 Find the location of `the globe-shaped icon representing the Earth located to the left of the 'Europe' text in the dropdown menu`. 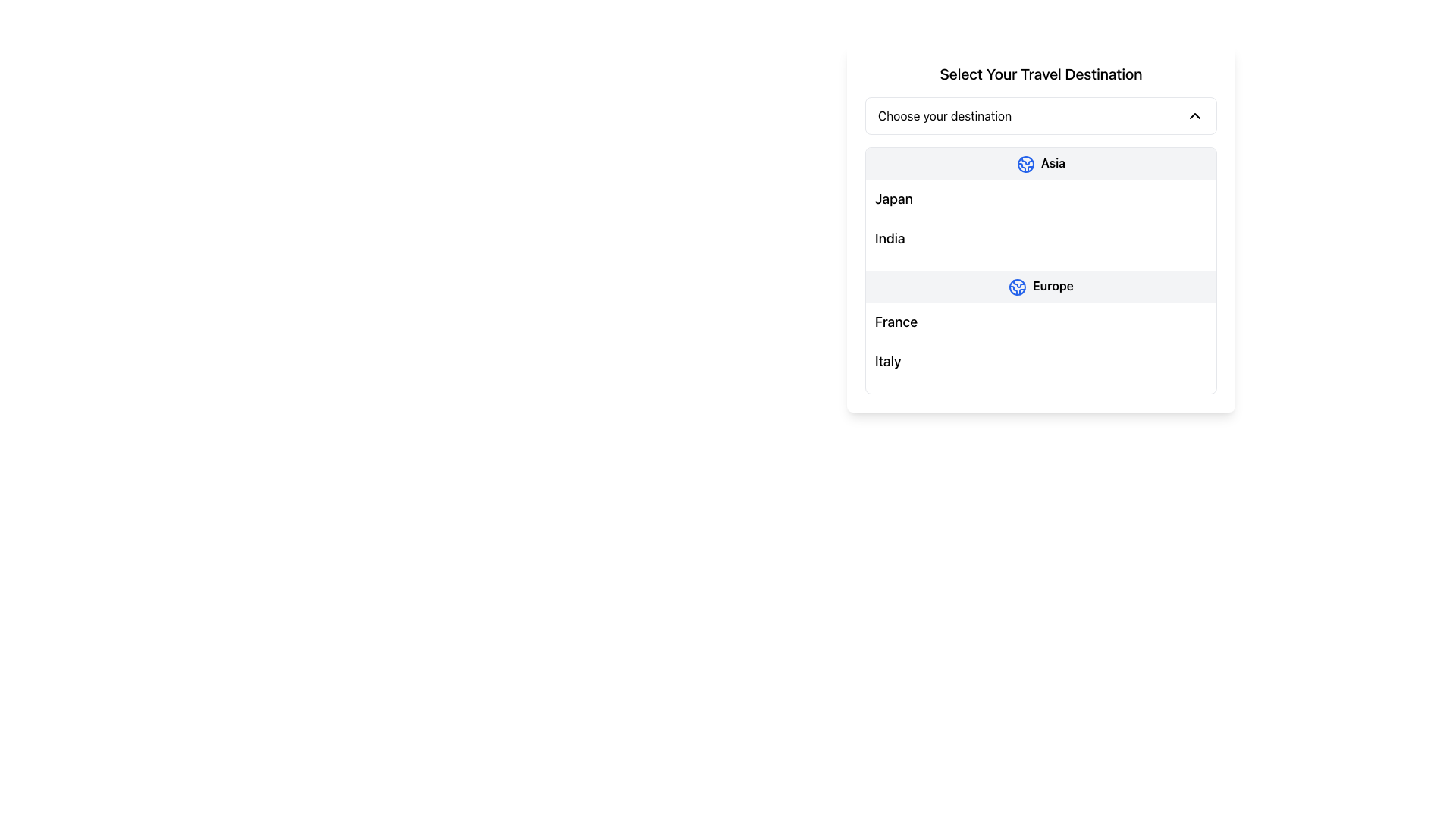

the globe-shaped icon representing the Earth located to the left of the 'Europe' text in the dropdown menu is located at coordinates (1018, 287).